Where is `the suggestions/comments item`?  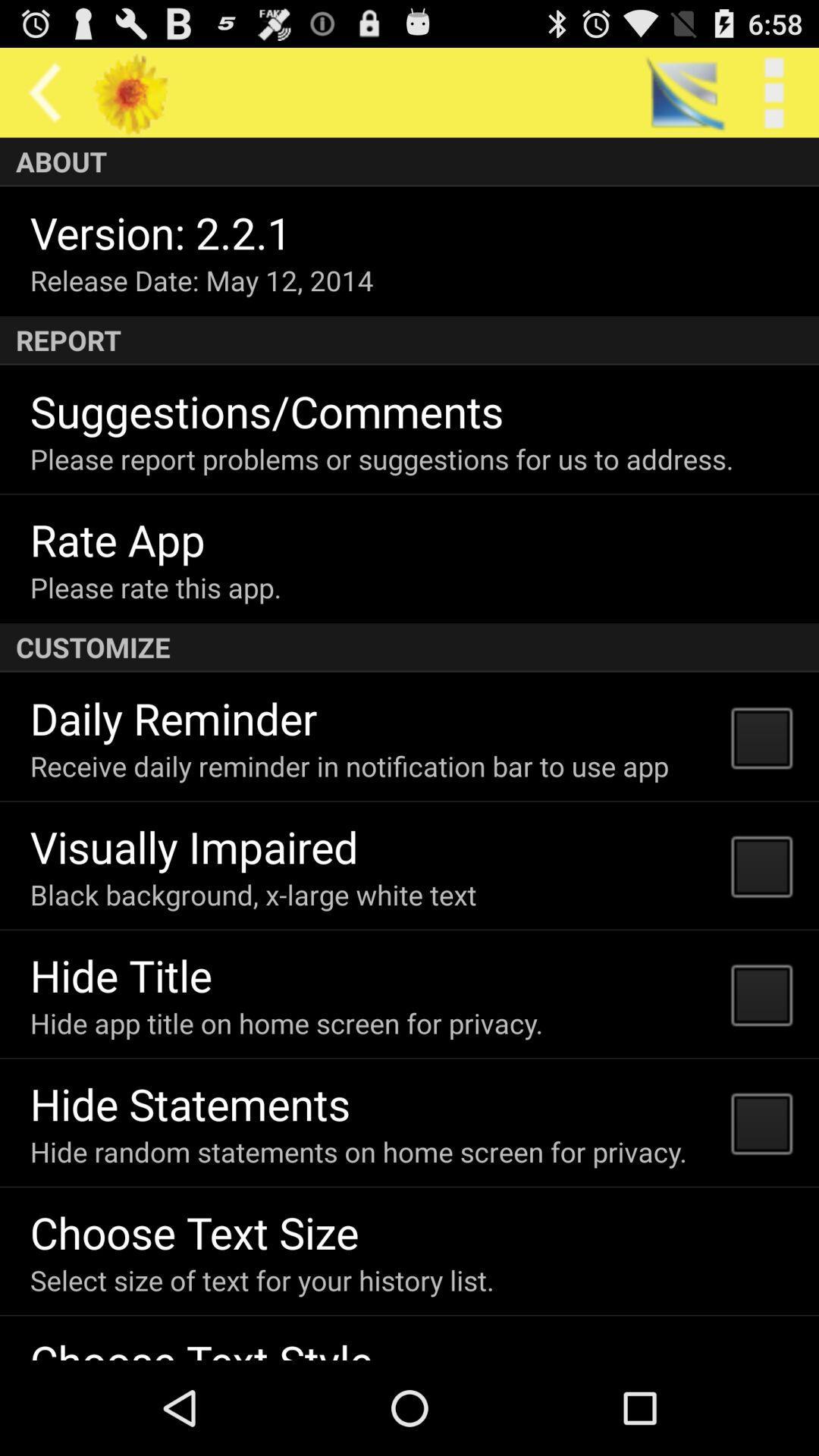 the suggestions/comments item is located at coordinates (266, 410).